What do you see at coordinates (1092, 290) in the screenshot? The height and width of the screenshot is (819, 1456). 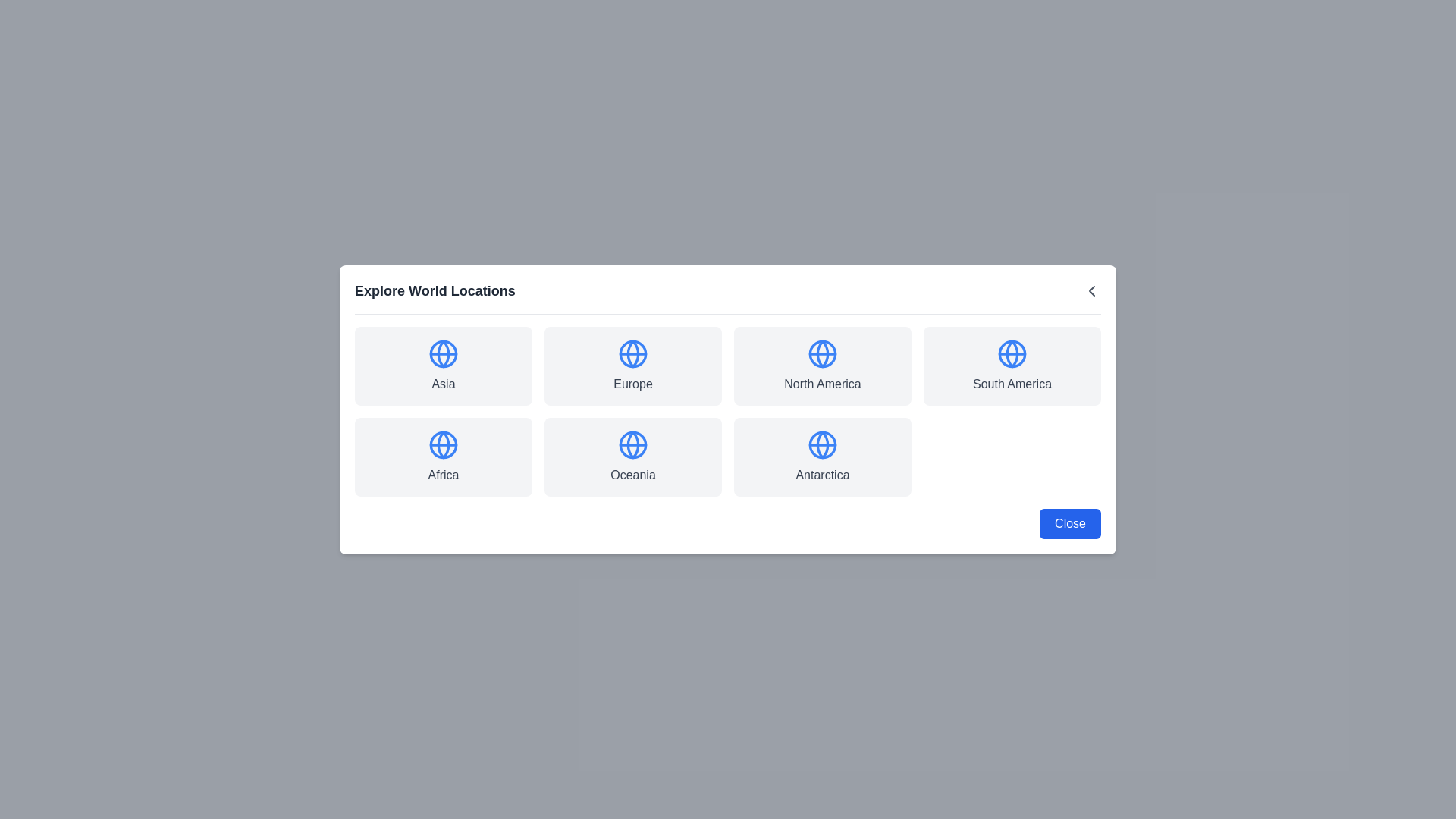 I see `close button in the header to close the dialog` at bounding box center [1092, 290].